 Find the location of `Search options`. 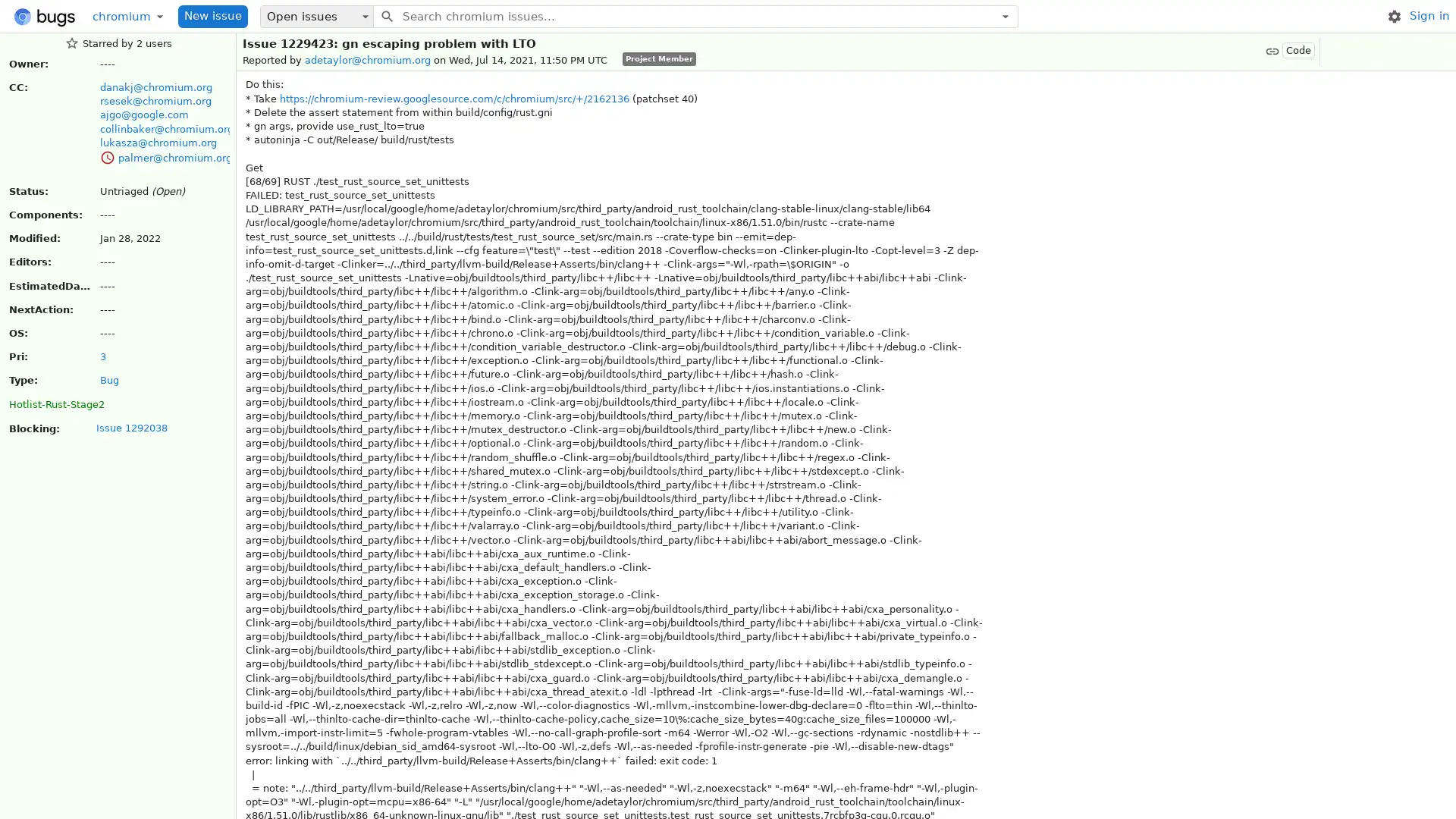

Search options is located at coordinates (1005, 15).